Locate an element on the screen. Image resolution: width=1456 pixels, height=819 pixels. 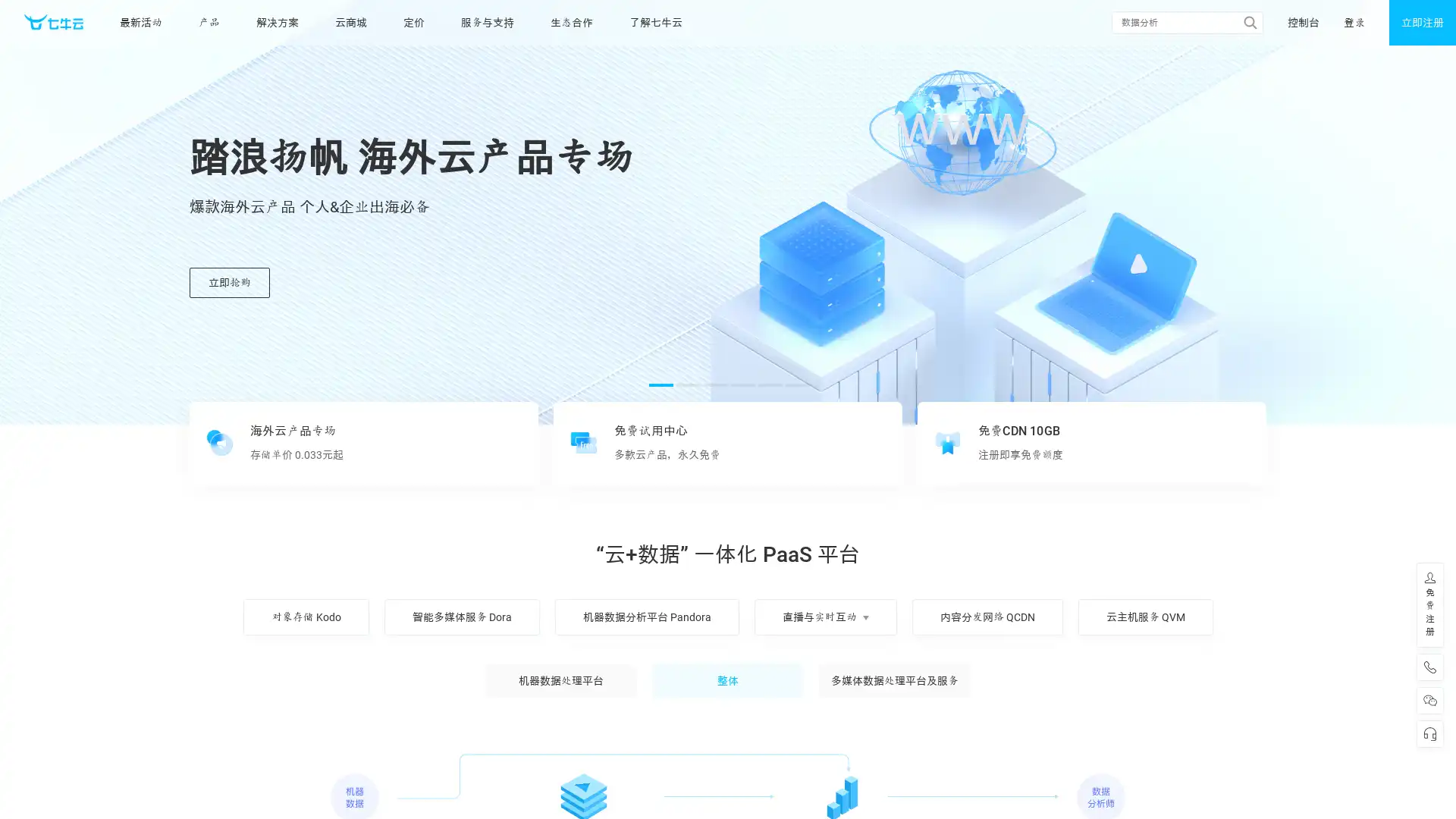
4 is located at coordinates (742, 384).